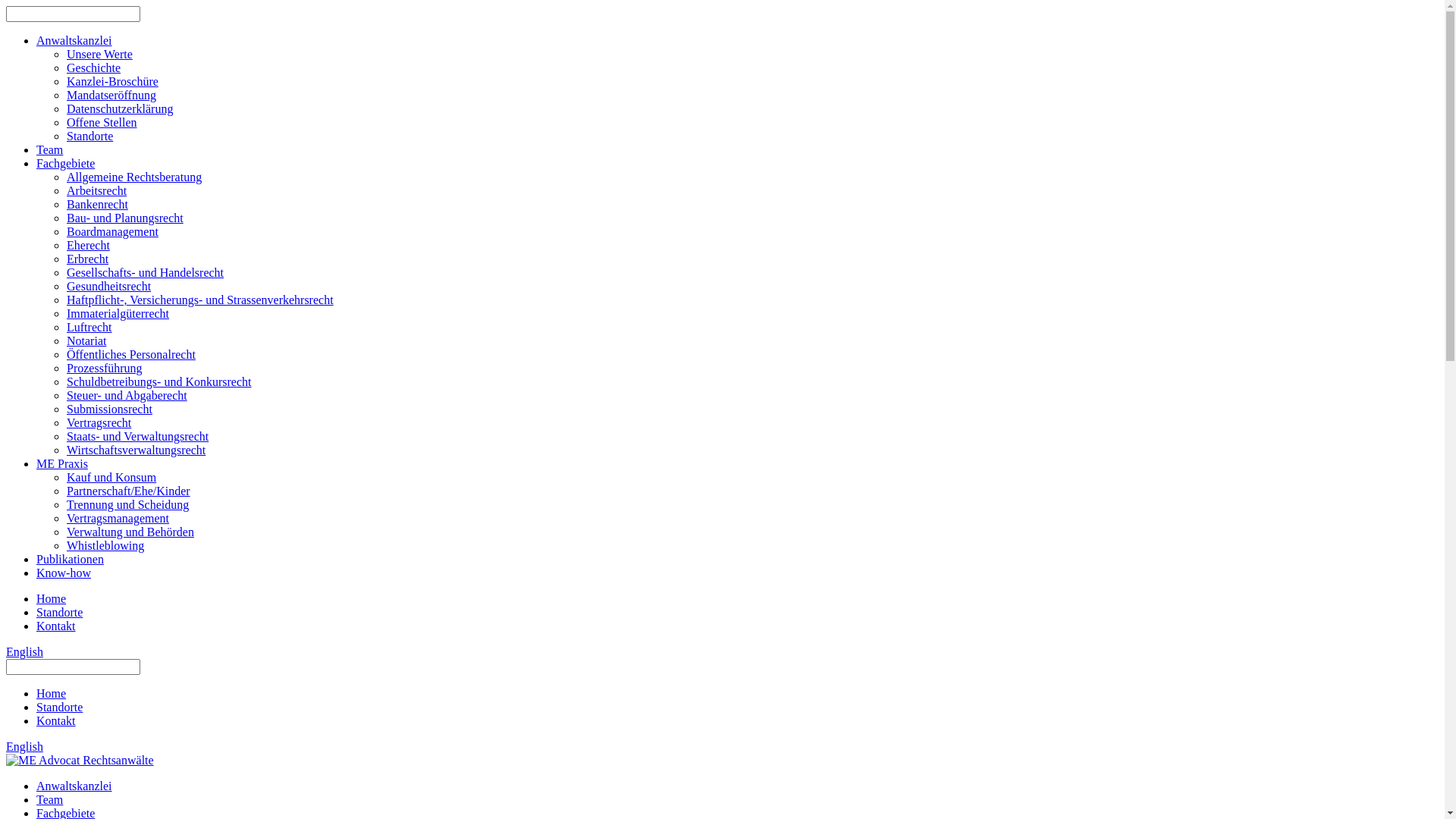 The image size is (1456, 819). Describe the element at coordinates (86, 340) in the screenshot. I see `'Notariat'` at that location.